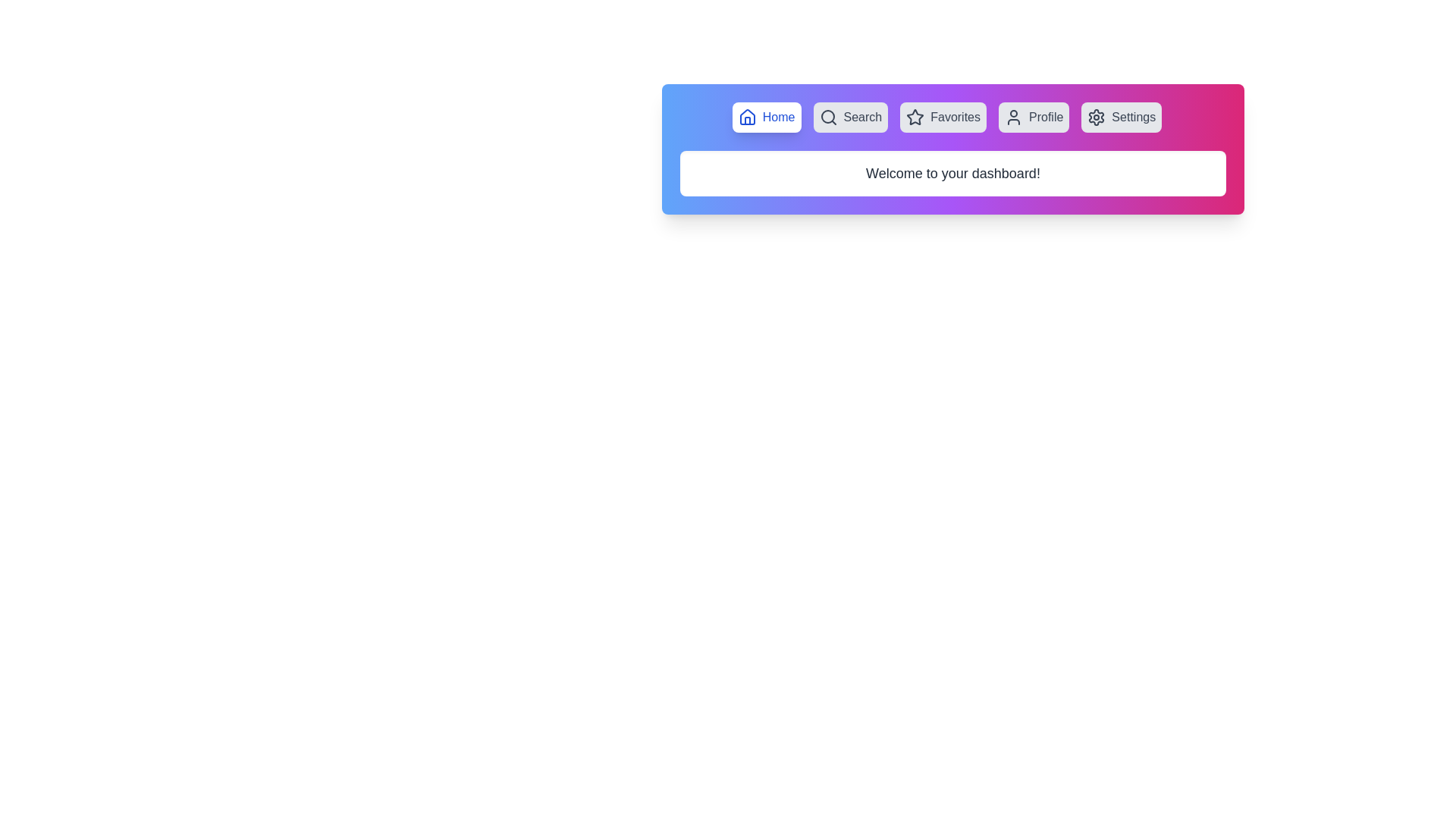 The width and height of the screenshot is (1456, 819). Describe the element at coordinates (943, 116) in the screenshot. I see `the 'Favorites' button, which is a rectangular light gray button with rounded corners and a star icon, located in the navigation bar between 'Search' and 'Profile'` at that location.